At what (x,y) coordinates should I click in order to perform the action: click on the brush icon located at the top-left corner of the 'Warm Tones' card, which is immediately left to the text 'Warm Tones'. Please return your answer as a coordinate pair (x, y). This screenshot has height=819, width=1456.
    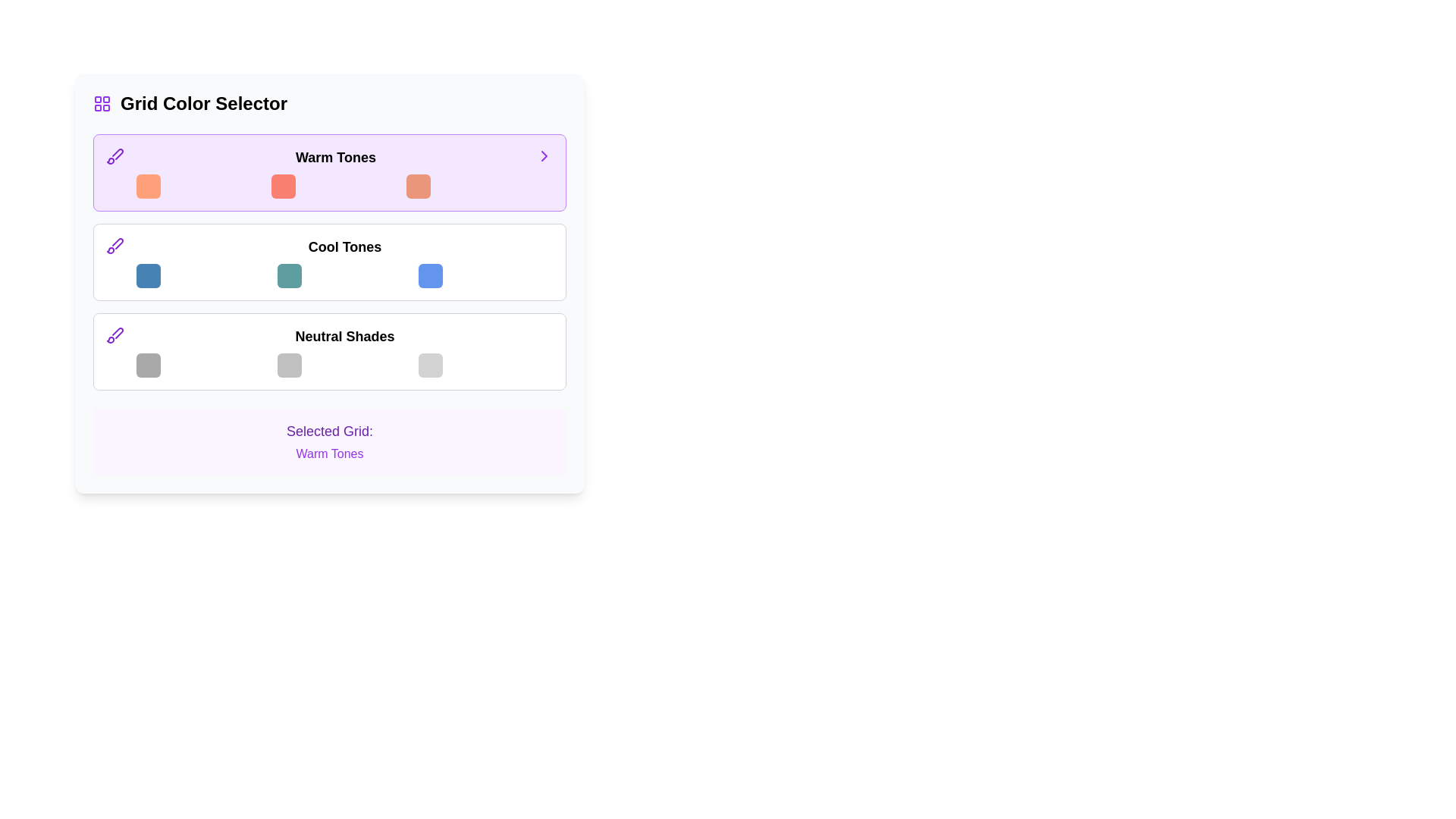
    Looking at the image, I should click on (115, 155).